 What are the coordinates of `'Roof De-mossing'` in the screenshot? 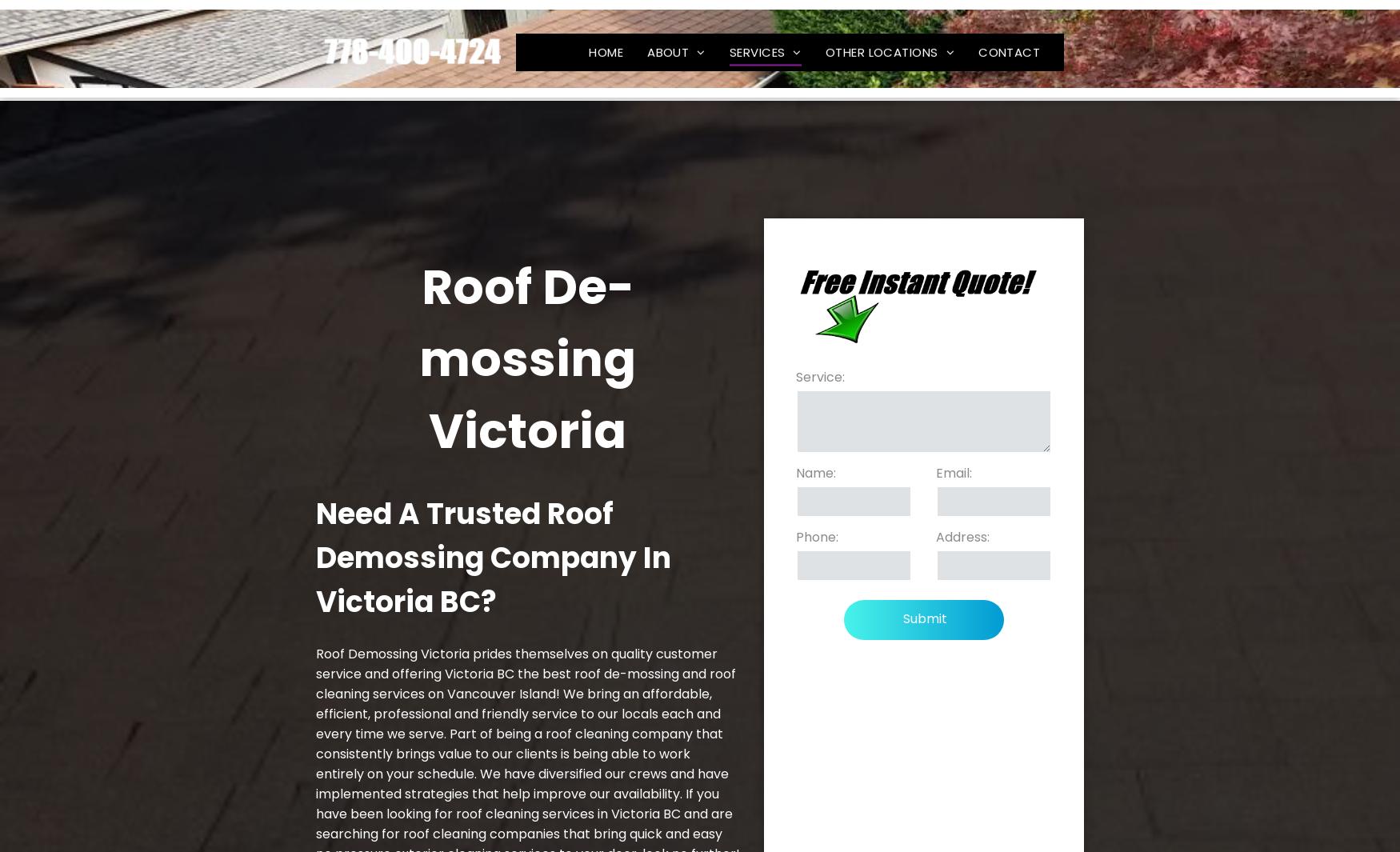 It's located at (762, 73).